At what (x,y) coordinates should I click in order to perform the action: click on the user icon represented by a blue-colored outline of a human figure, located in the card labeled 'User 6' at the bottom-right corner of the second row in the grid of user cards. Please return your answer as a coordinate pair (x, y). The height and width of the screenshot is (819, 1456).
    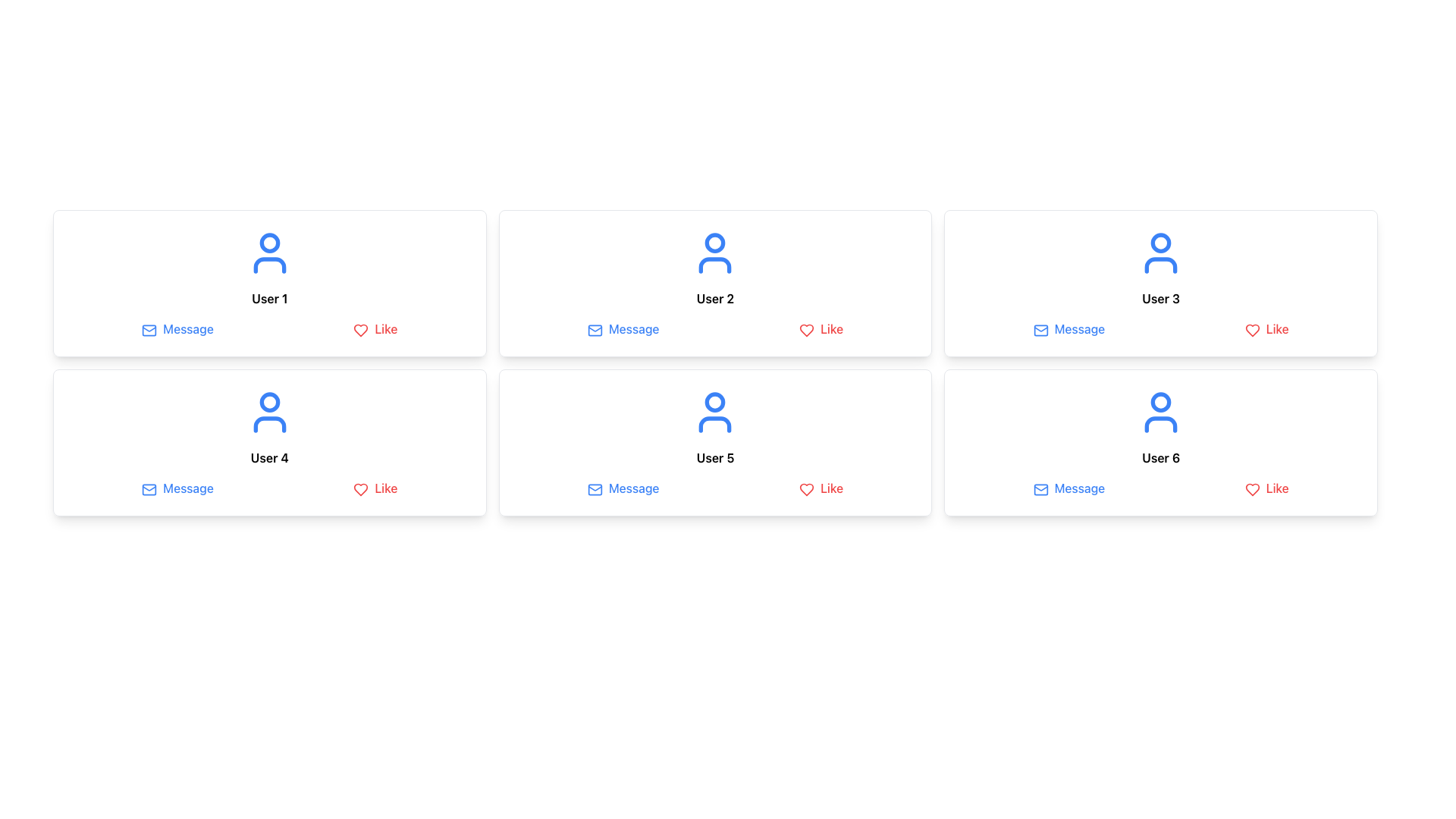
    Looking at the image, I should click on (1160, 412).